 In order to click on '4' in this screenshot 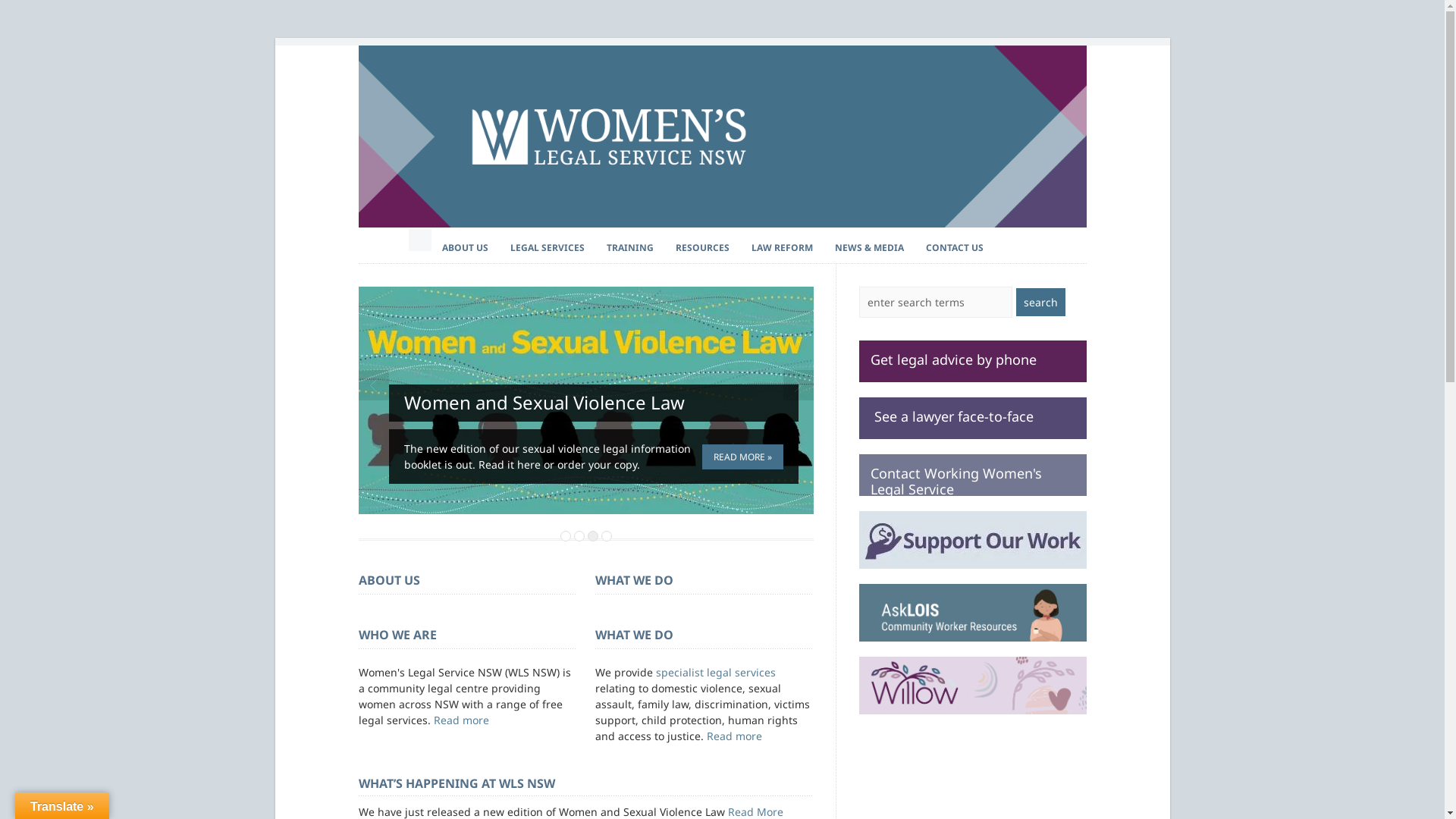, I will do `click(604, 535)`.